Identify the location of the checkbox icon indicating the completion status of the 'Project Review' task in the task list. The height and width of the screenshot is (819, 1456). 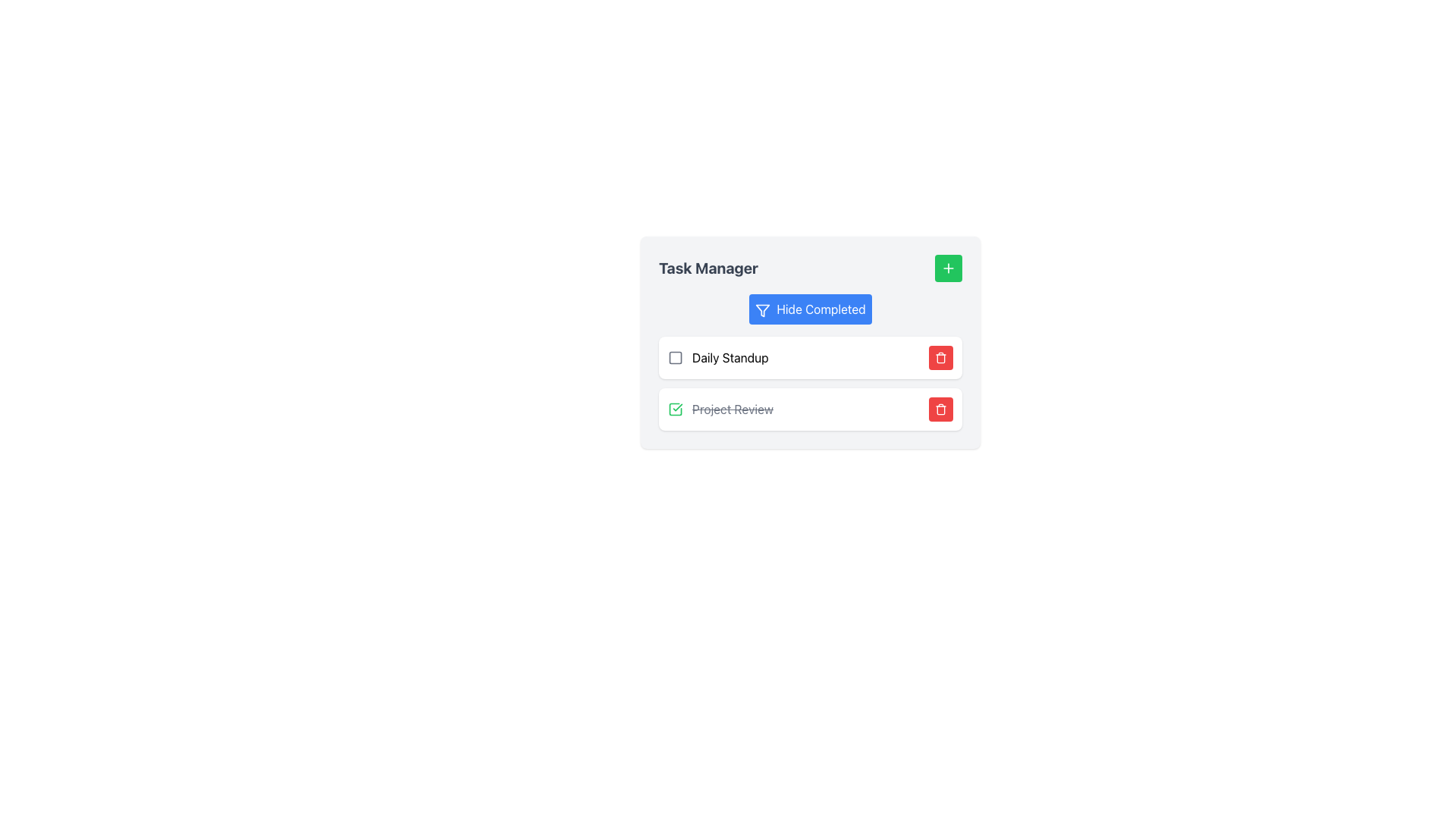
(675, 409).